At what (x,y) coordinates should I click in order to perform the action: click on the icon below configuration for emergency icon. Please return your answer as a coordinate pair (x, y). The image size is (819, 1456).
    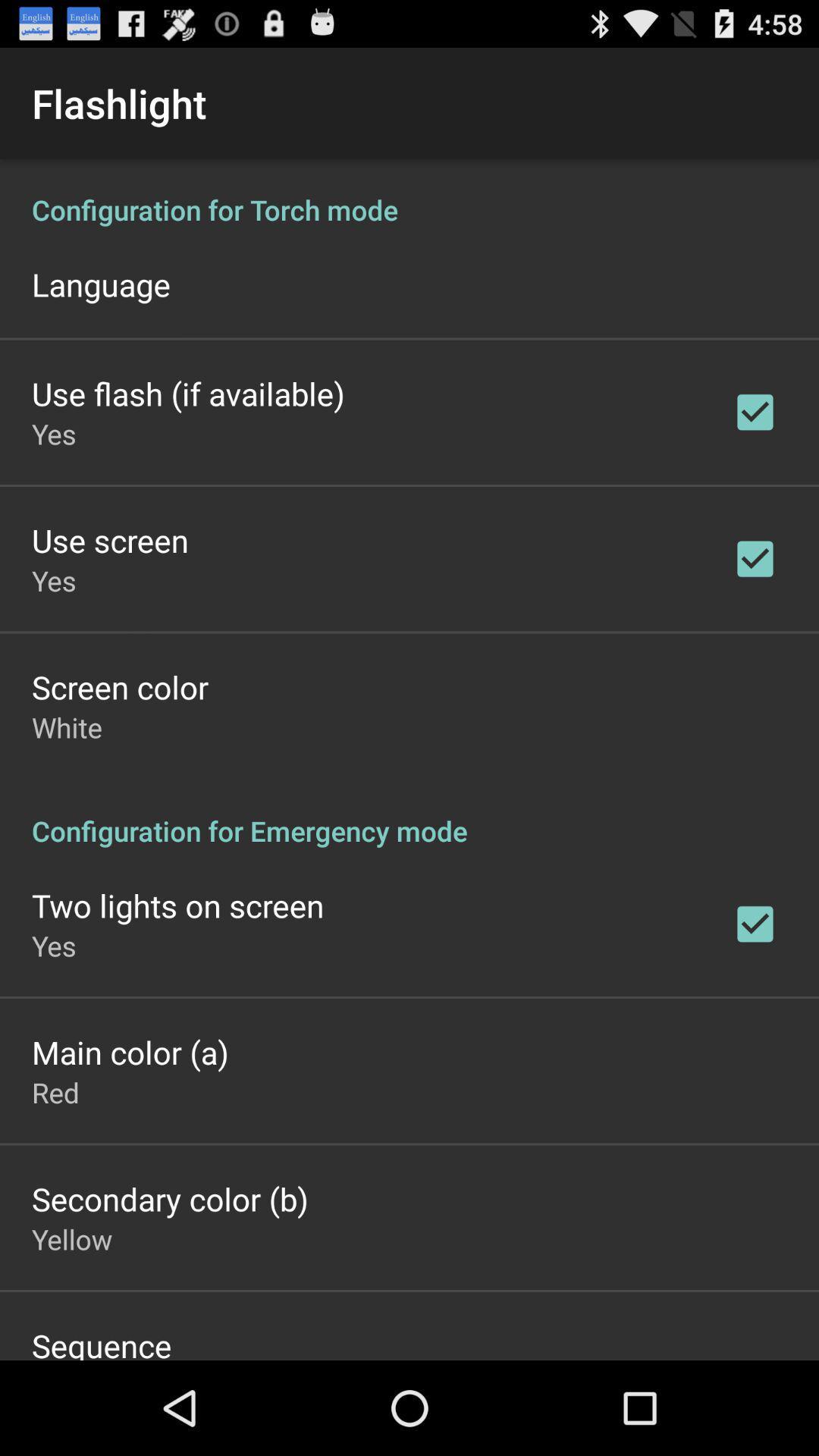
    Looking at the image, I should click on (177, 905).